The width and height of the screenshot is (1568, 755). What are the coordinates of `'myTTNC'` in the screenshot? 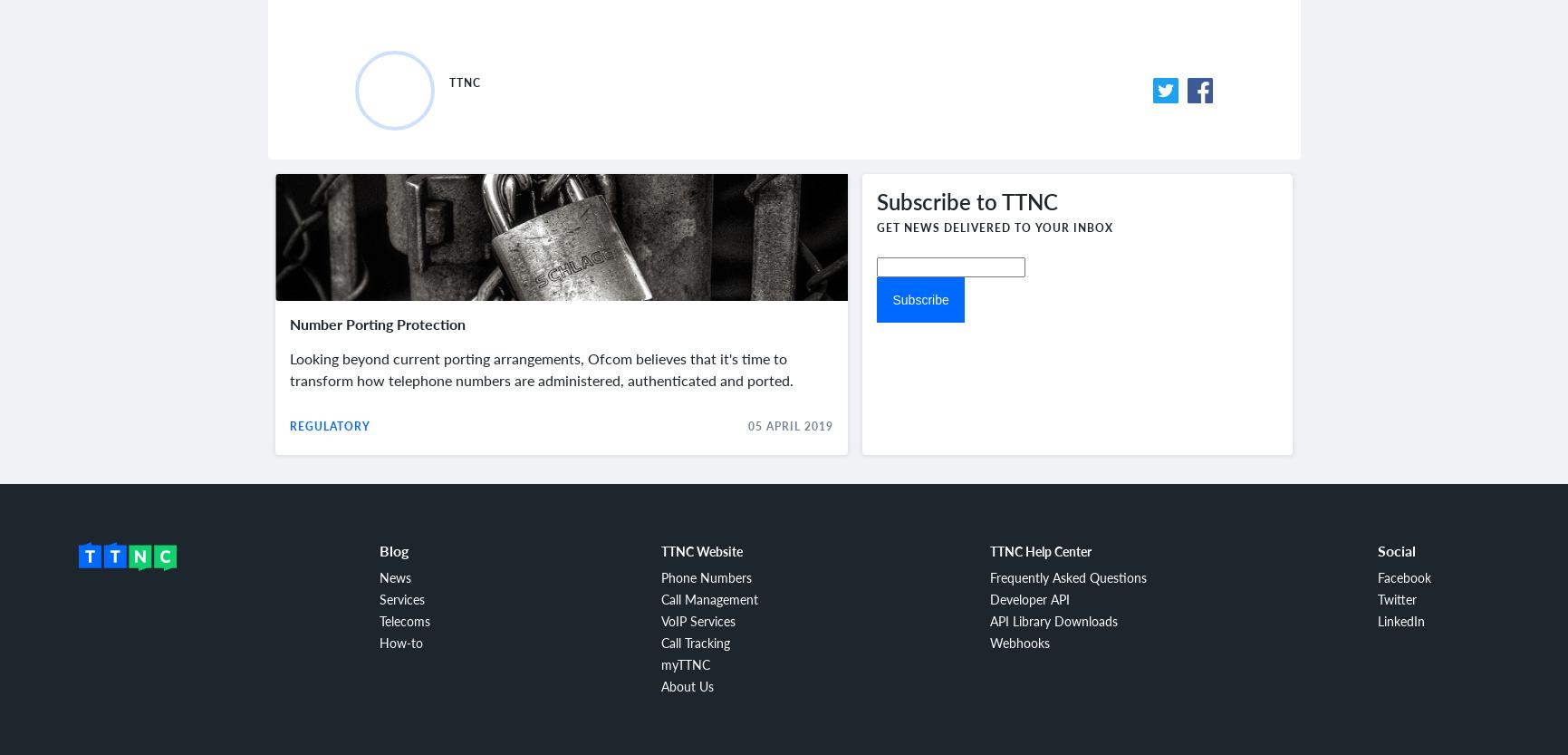 It's located at (685, 664).